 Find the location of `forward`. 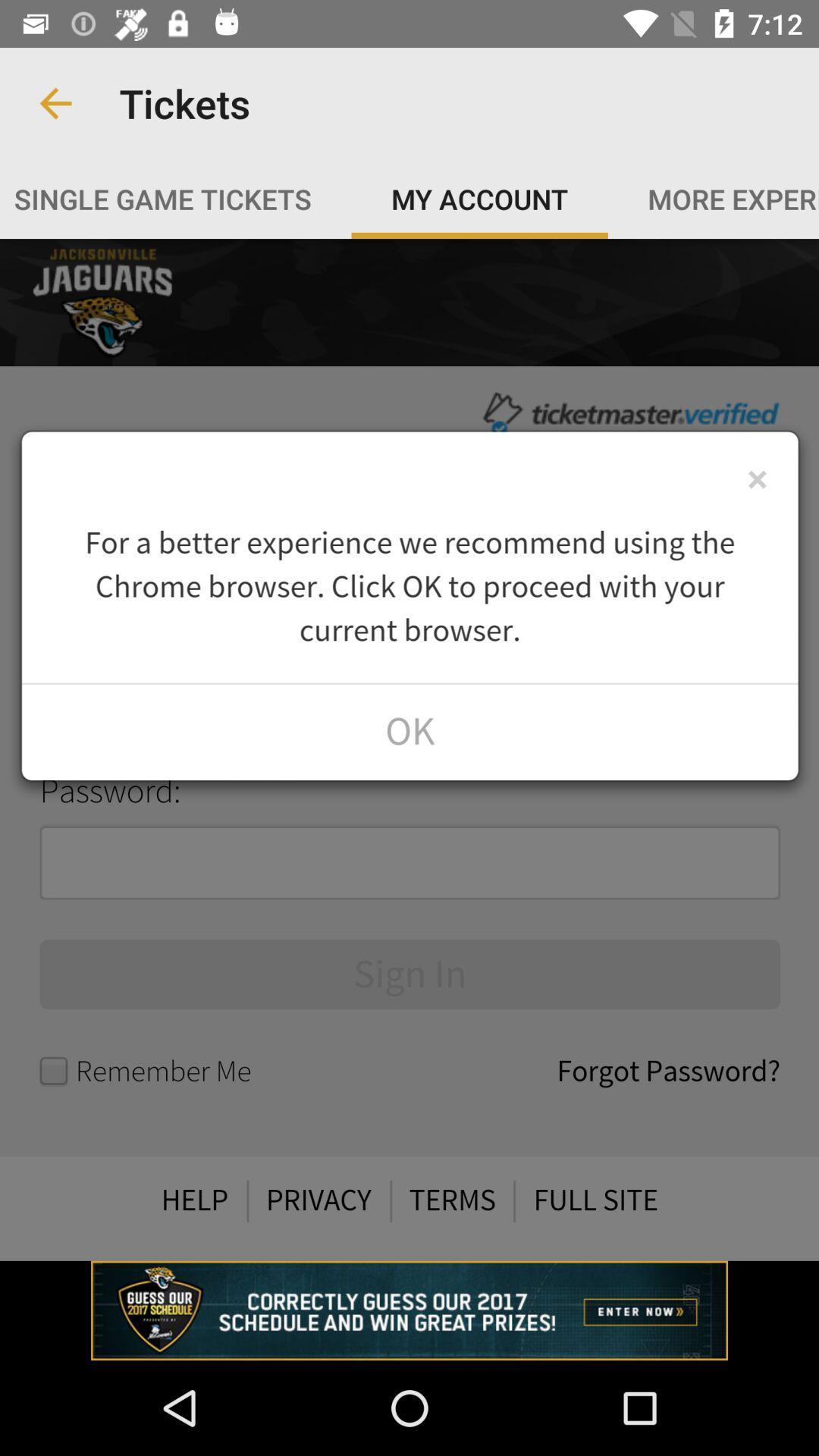

forward is located at coordinates (409, 749).